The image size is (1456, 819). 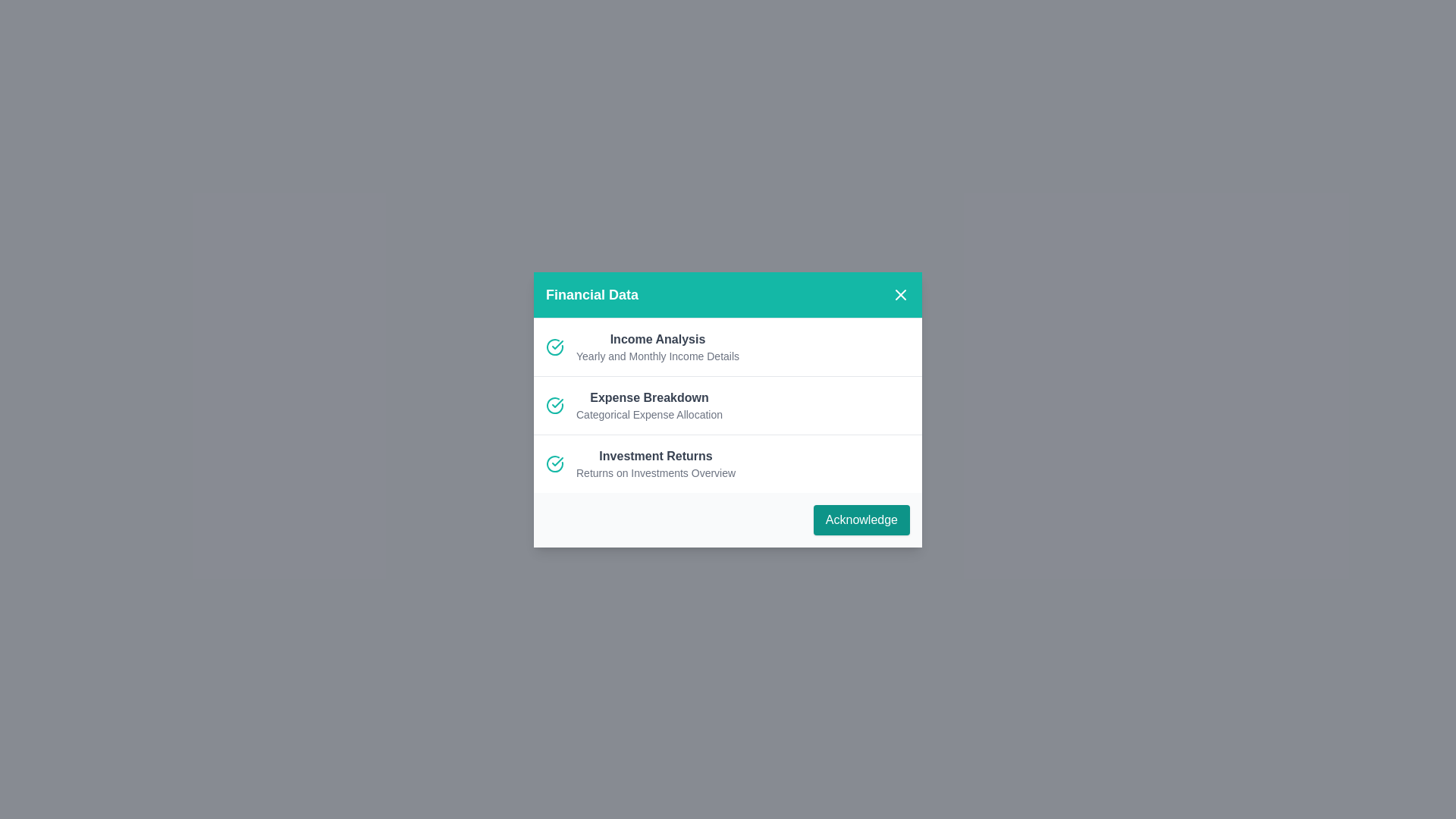 What do you see at coordinates (901, 294) in the screenshot?
I see `the close button in the header of the dialog to close it` at bounding box center [901, 294].